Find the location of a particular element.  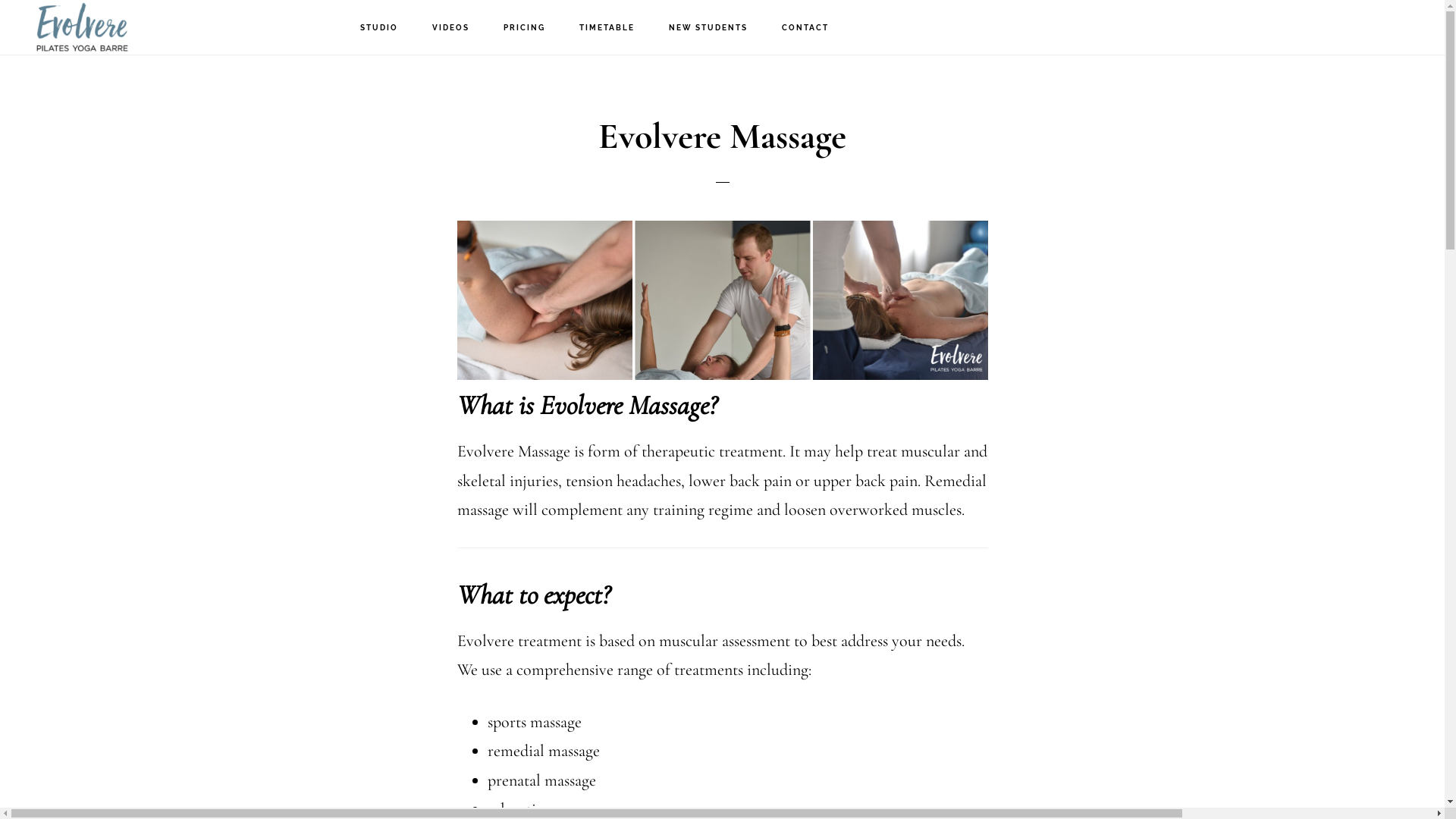

'STUDIO' is located at coordinates (378, 28).